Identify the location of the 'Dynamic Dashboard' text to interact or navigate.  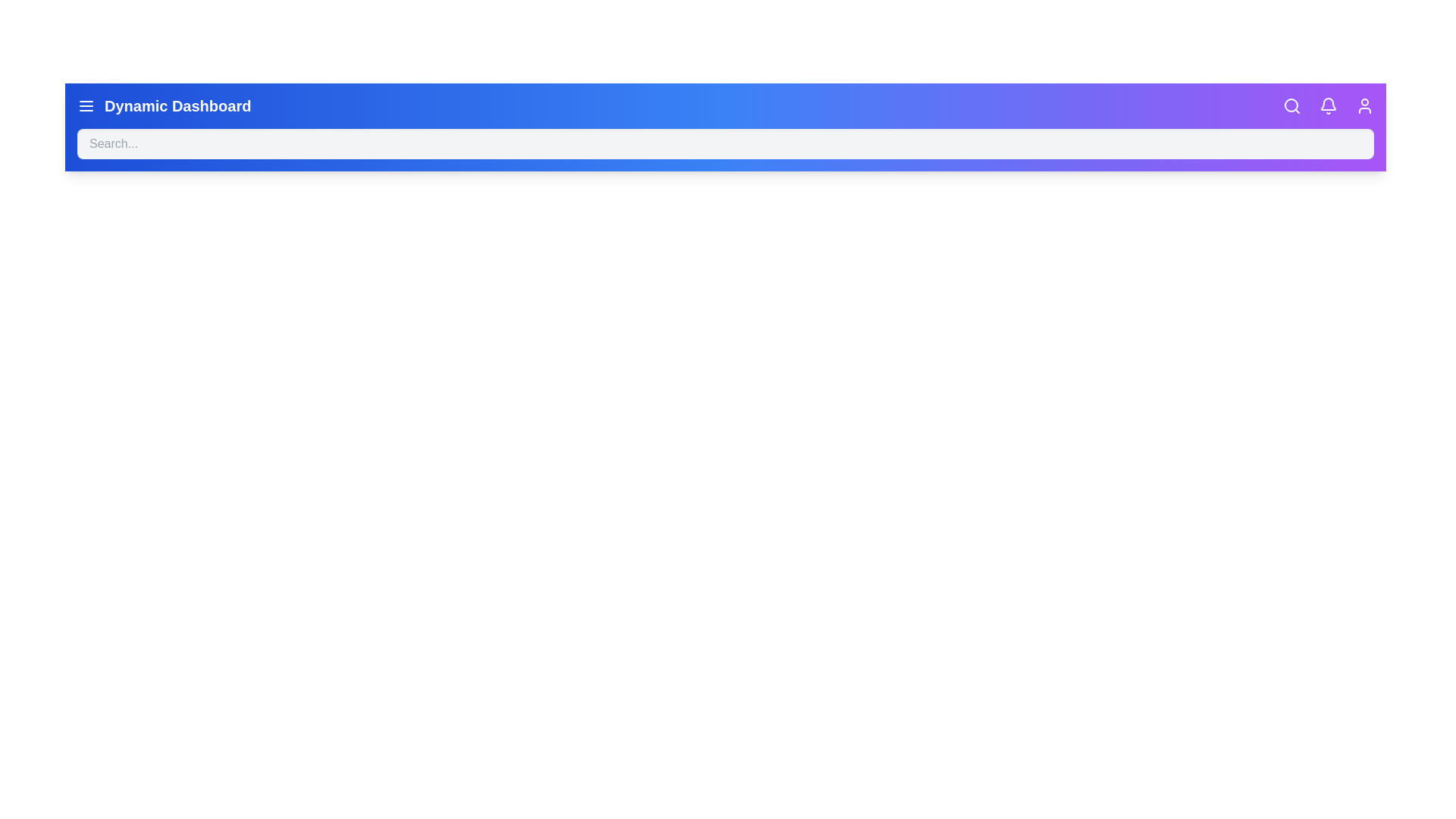
(177, 105).